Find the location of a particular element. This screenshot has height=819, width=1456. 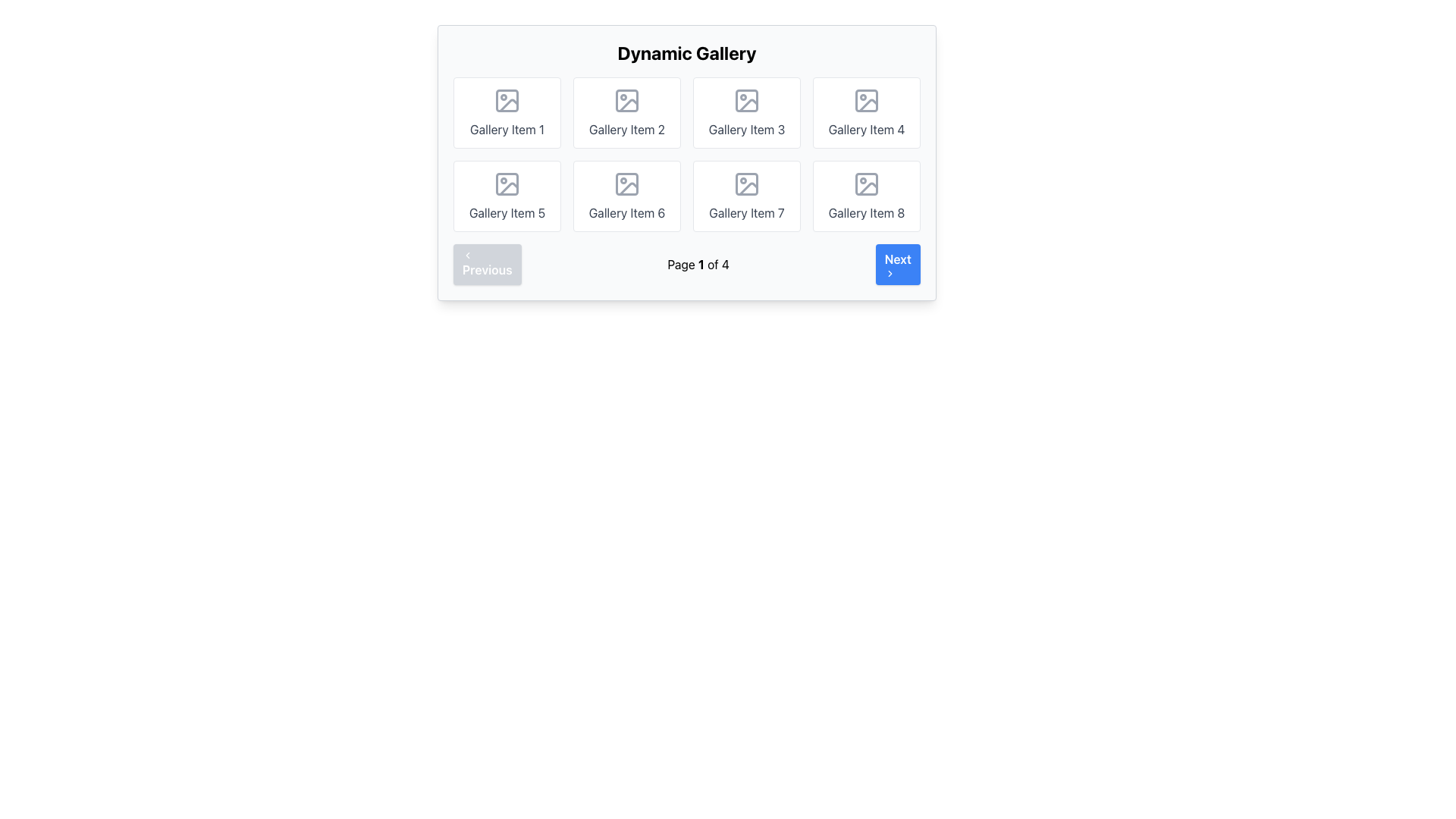

the visual card representing 'Gallery Item 5', located in the second row, first column of the gallery grid is located at coordinates (507, 195).